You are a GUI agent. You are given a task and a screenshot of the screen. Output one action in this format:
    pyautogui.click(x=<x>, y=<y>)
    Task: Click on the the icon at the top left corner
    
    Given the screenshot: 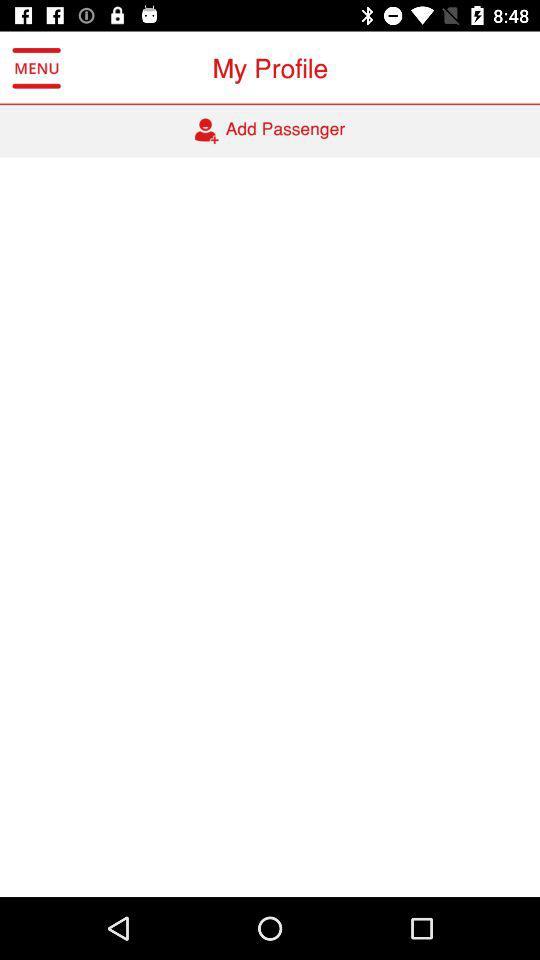 What is the action you would take?
    pyautogui.click(x=36, y=68)
    